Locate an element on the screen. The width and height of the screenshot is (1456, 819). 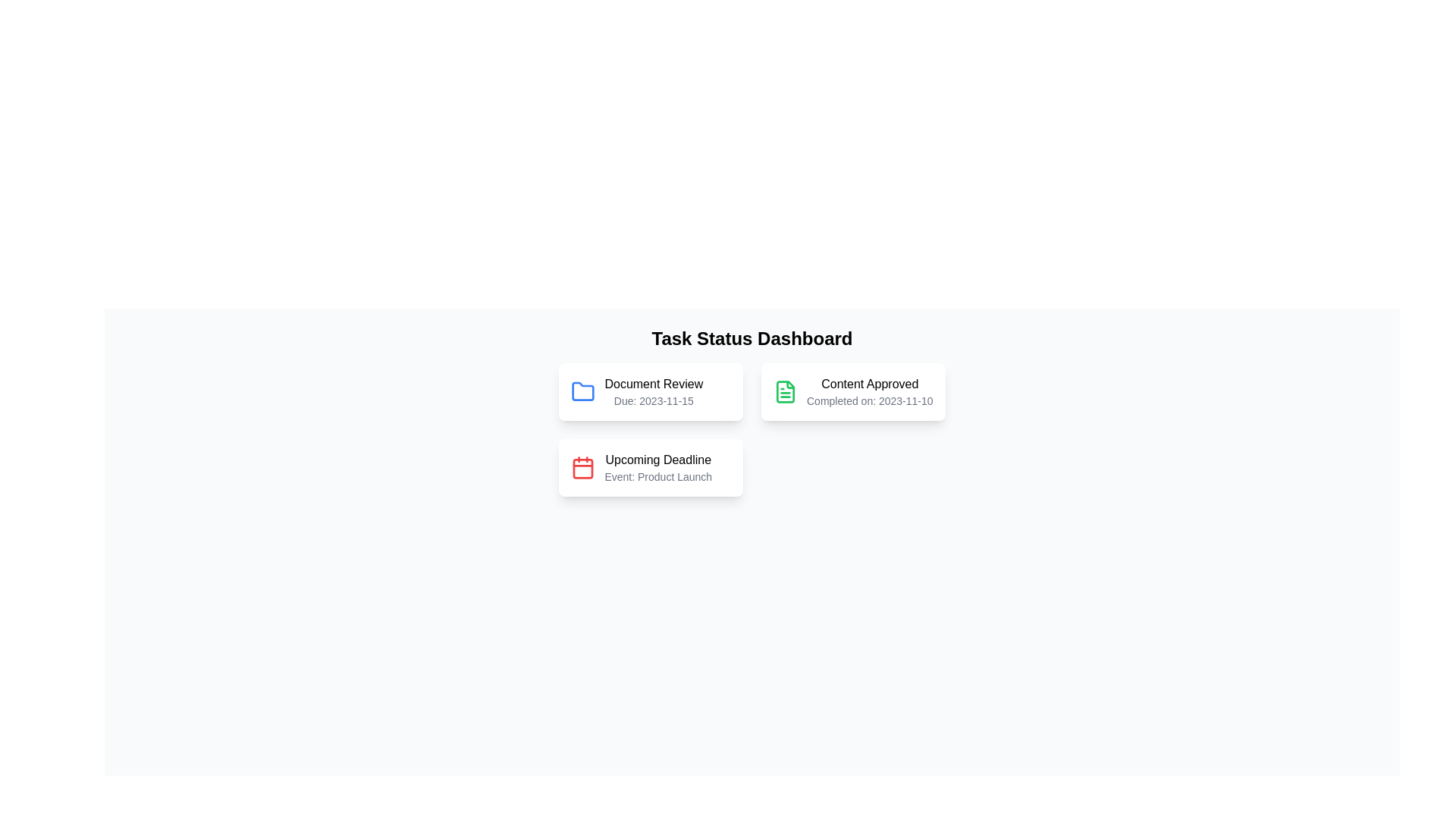
the green file icon with text lines inside, which indicates a positive status, located to the left of the 'Content Approved' text is located at coordinates (786, 391).